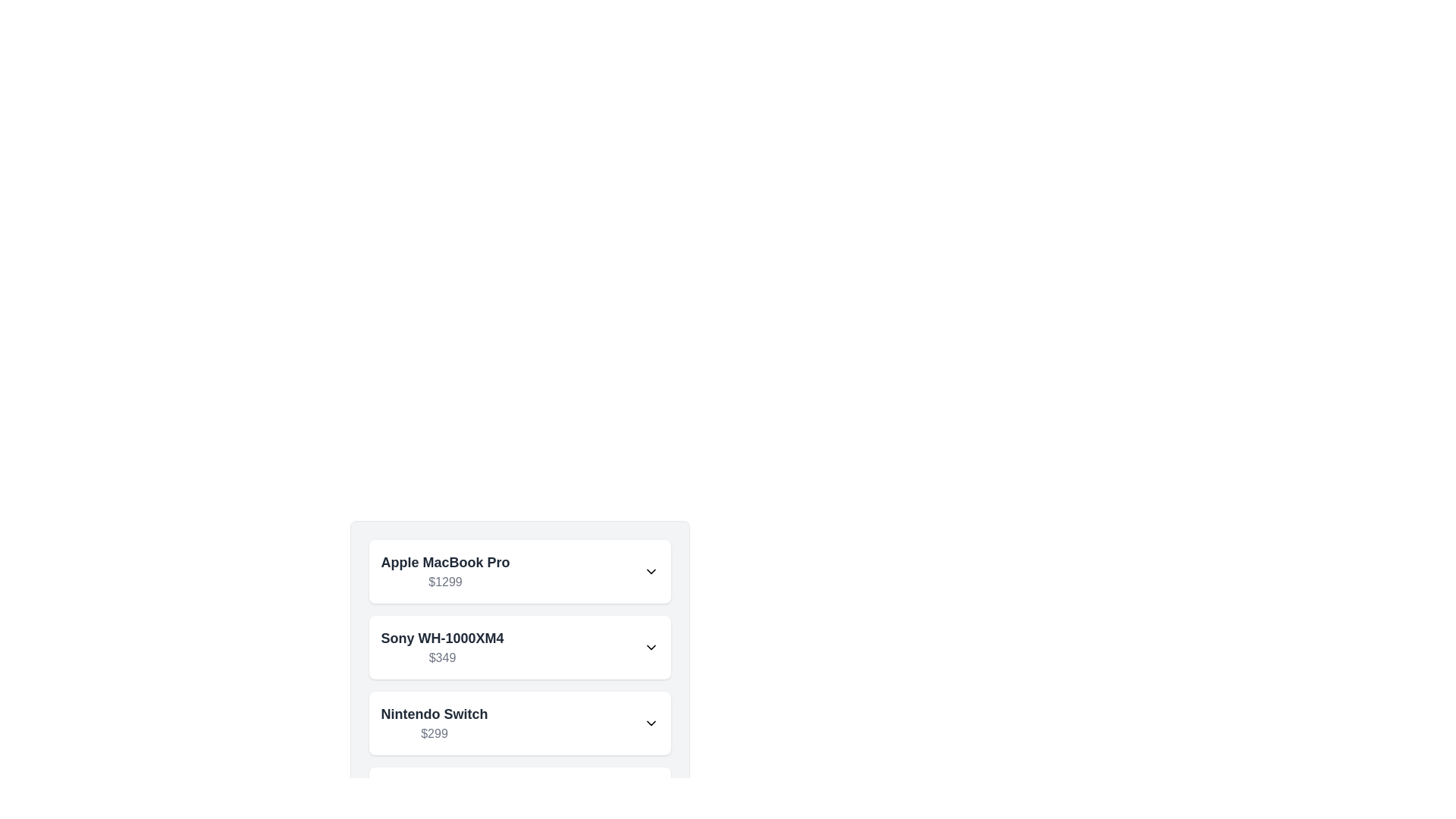 The height and width of the screenshot is (819, 1456). I want to click on the bold text label 'Nintendo Switch' located in the third item of the vertical list, positioned above the price '$299', so click(433, 714).